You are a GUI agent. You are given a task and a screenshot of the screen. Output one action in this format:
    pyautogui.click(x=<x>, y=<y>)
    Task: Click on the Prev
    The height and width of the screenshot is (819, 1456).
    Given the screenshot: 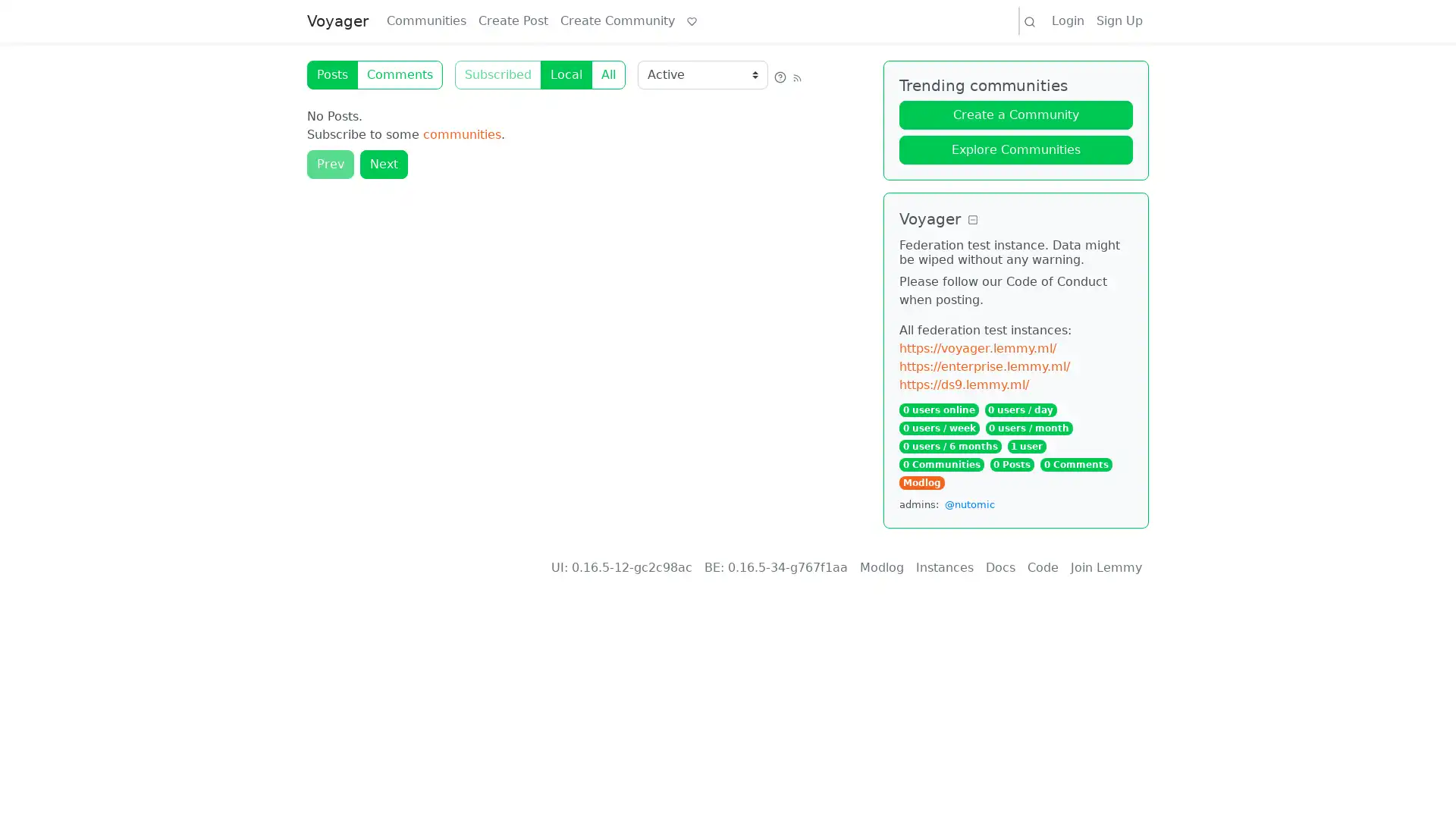 What is the action you would take?
    pyautogui.click(x=330, y=164)
    